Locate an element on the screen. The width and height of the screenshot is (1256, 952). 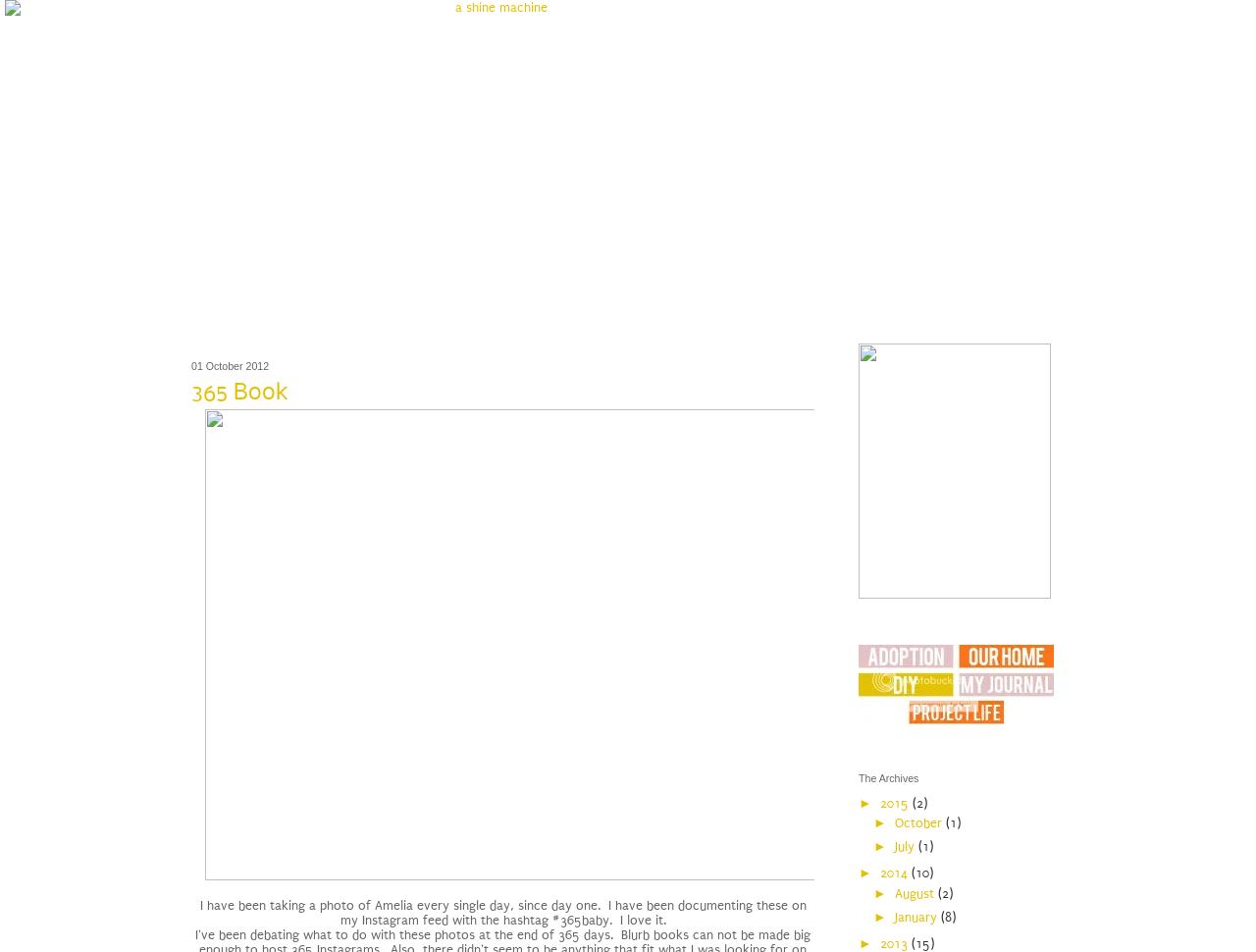
'01 October 2012' is located at coordinates (230, 363).